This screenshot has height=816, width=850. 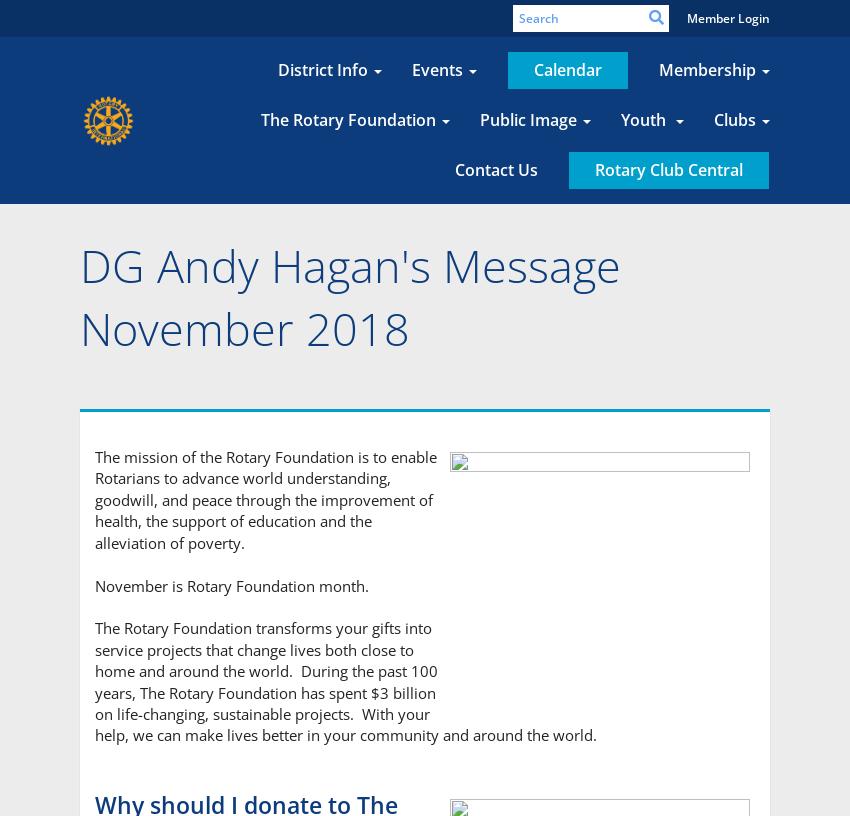 What do you see at coordinates (234, 584) in the screenshot?
I see `'November is Rotary Foundation month.'` at bounding box center [234, 584].